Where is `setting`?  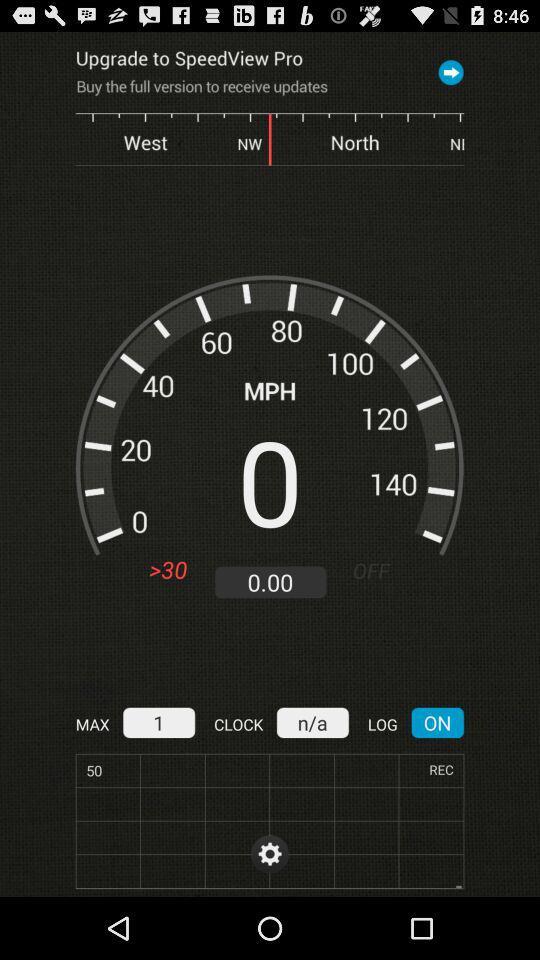 setting is located at coordinates (270, 853).